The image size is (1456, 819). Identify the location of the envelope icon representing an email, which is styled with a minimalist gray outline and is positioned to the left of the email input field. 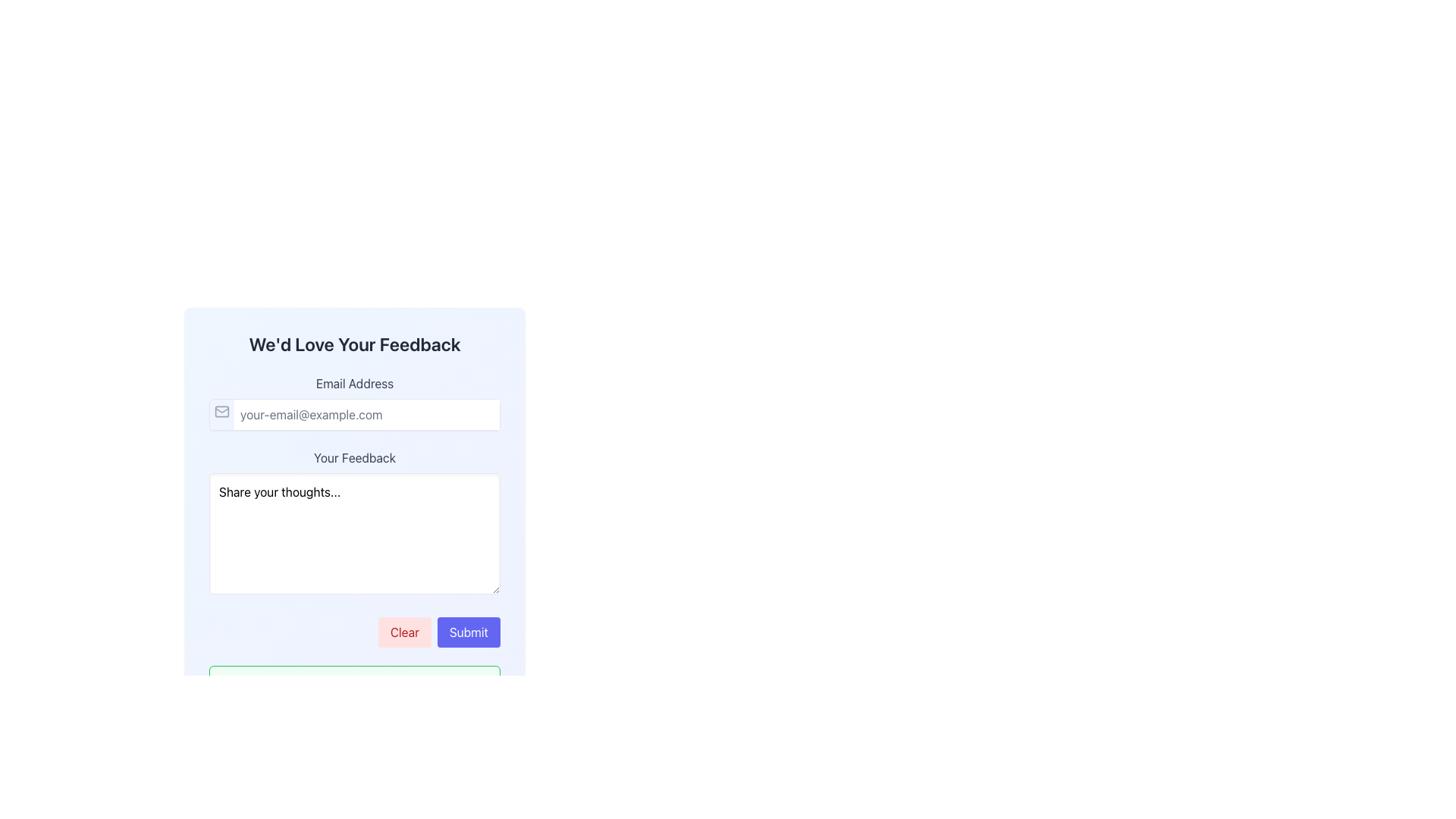
(221, 412).